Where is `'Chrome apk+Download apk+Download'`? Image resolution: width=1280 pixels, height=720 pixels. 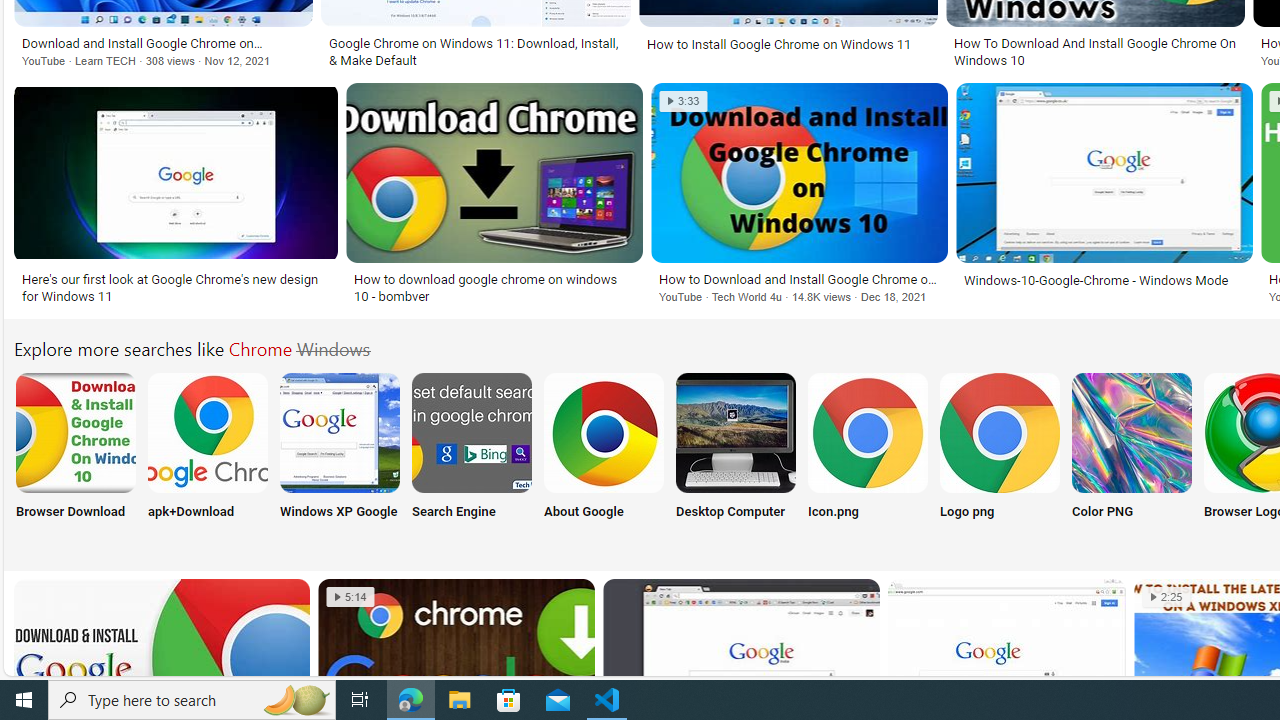 'Chrome apk+Download apk+Download' is located at coordinates (208, 458).